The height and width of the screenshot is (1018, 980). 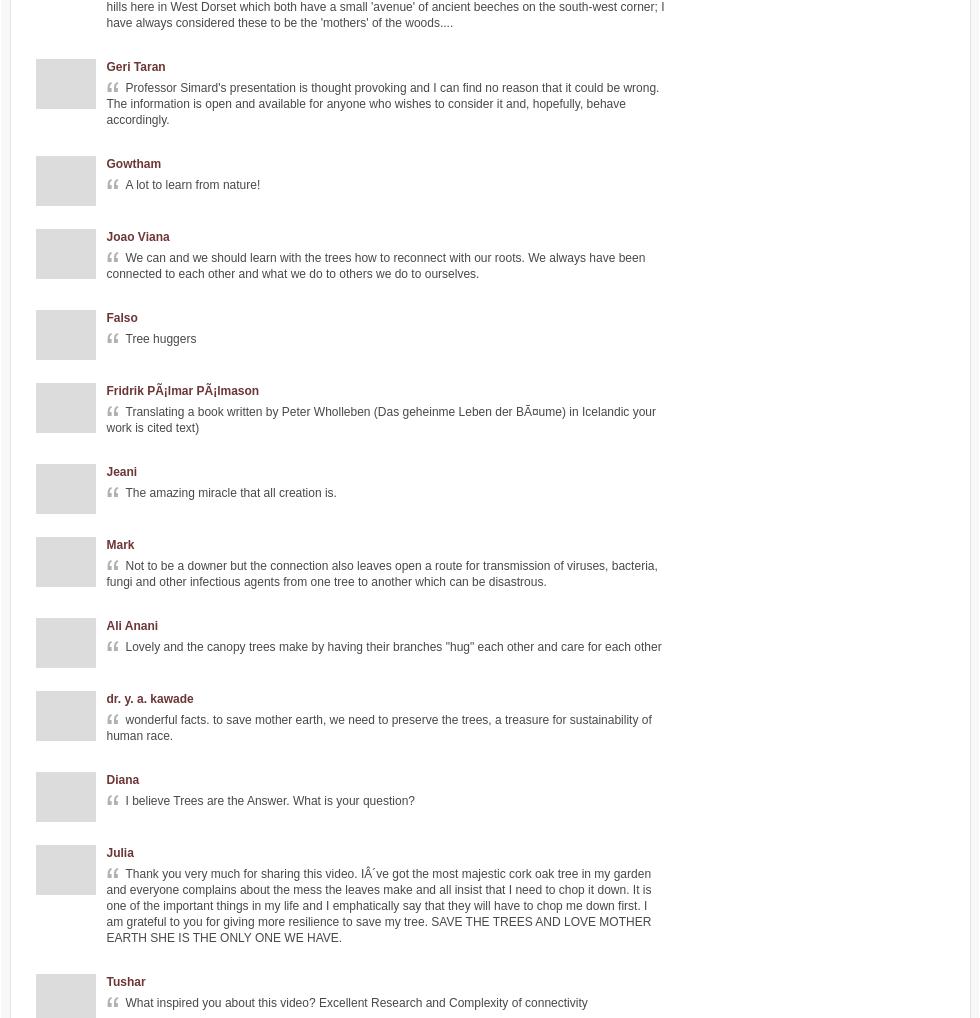 I want to click on 'Geri Taran', so click(x=106, y=66).